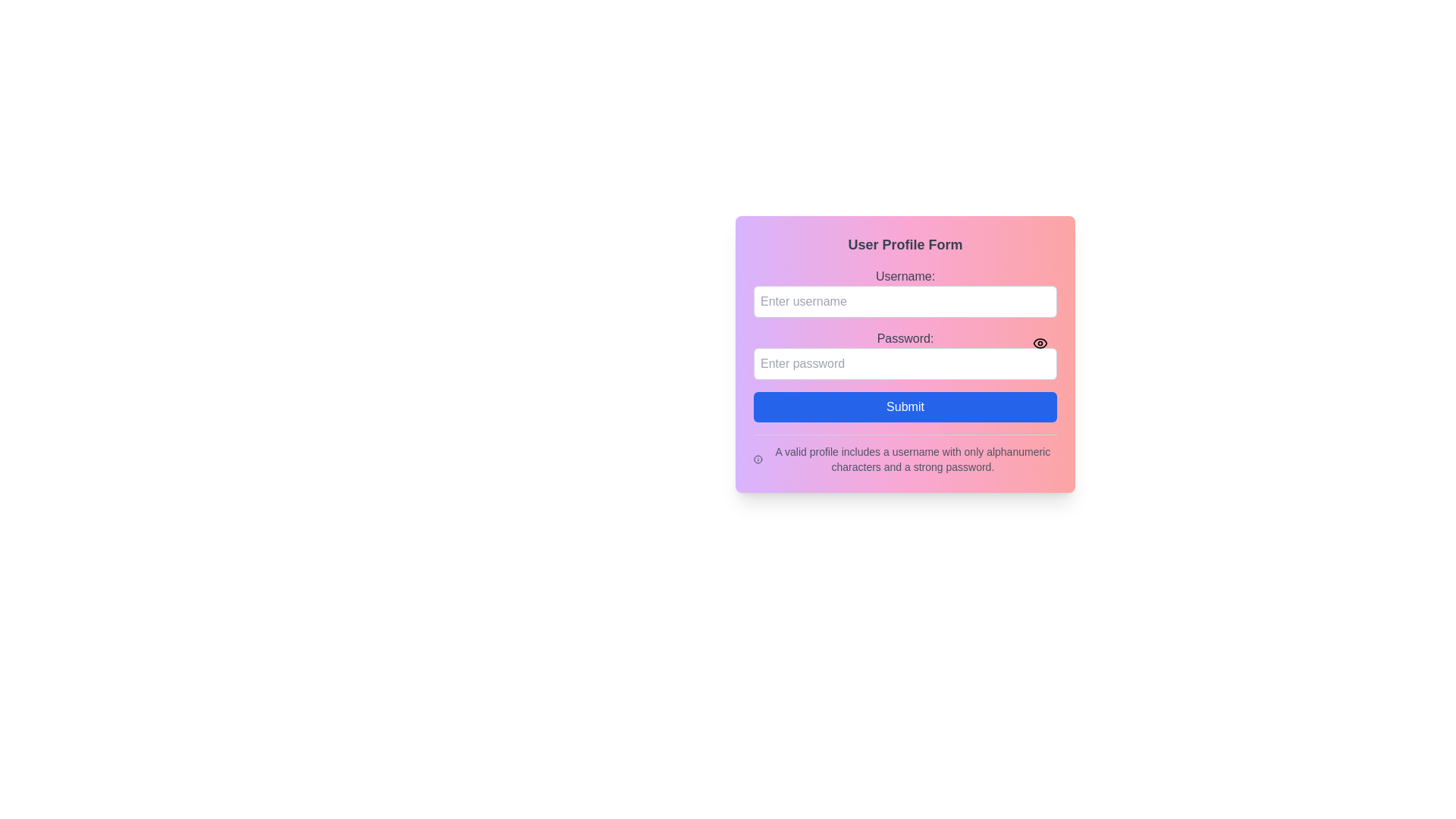 The height and width of the screenshot is (819, 1456). Describe the element at coordinates (758, 458) in the screenshot. I see `the Decorative circle shape (SVG component)` at that location.